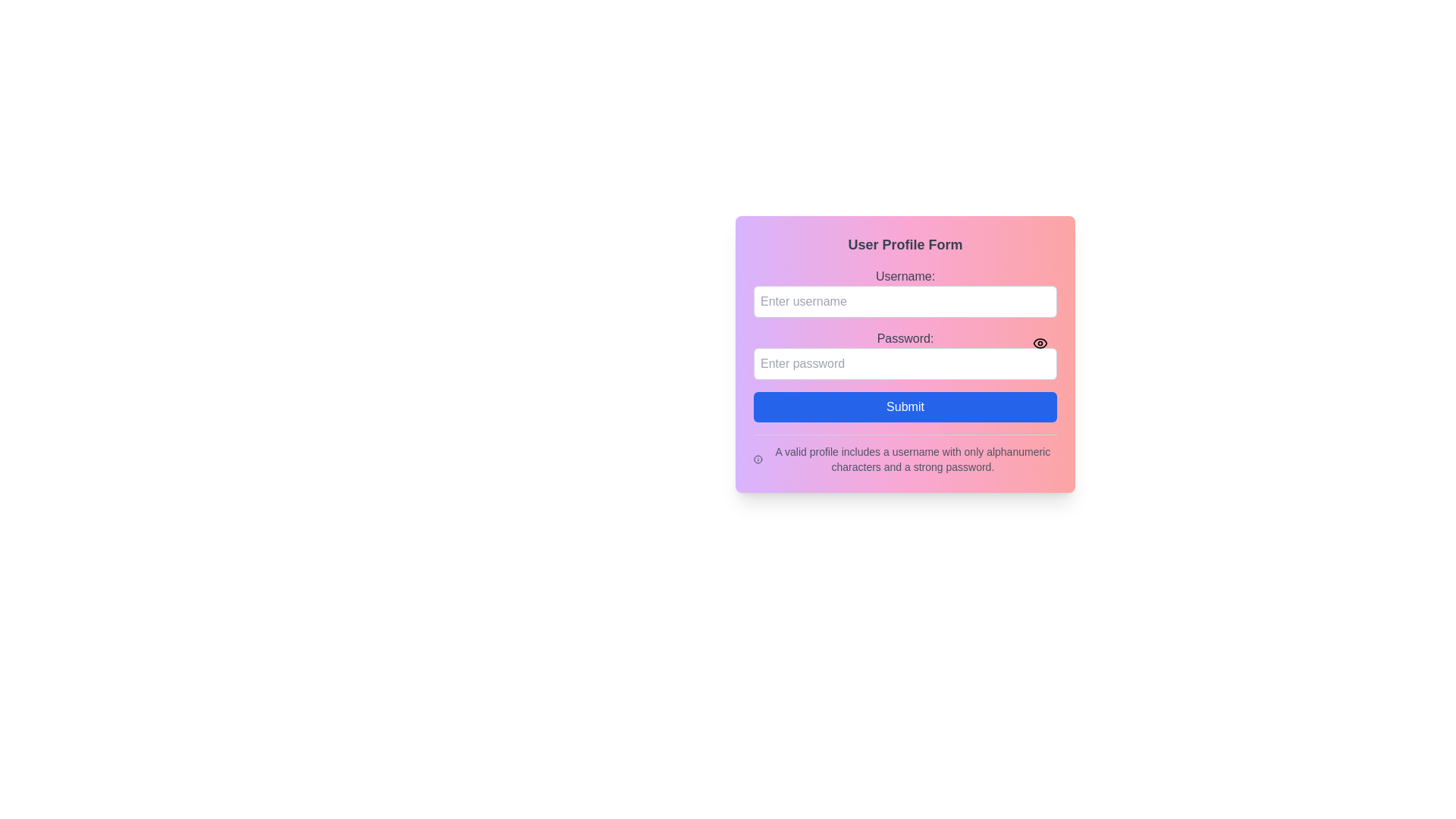 The height and width of the screenshot is (819, 1456). Describe the element at coordinates (758, 458) in the screenshot. I see `the Decorative circle shape (SVG component)` at that location.